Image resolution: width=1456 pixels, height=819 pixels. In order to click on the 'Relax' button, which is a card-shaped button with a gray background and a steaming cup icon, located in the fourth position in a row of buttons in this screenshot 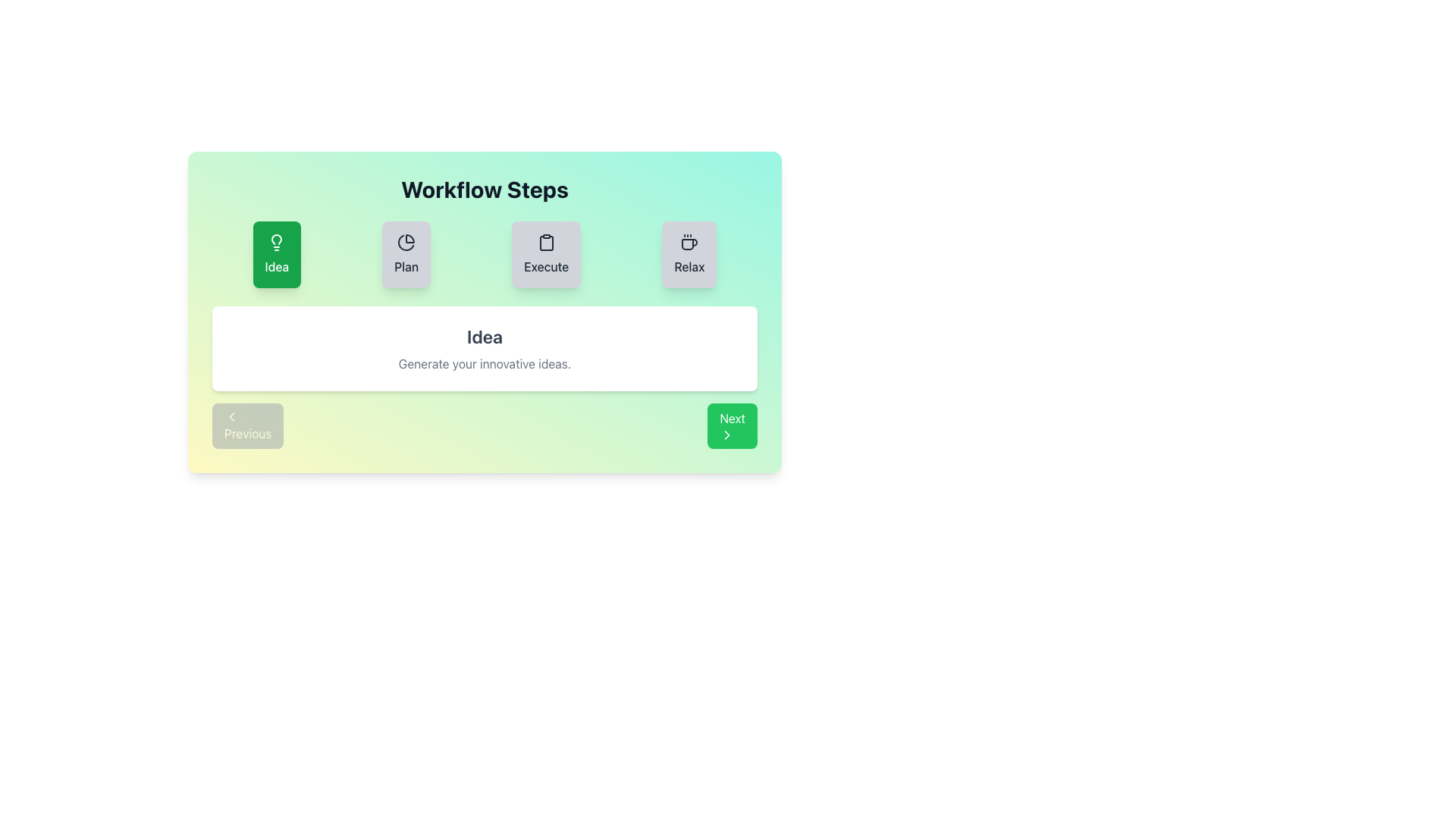, I will do `click(689, 253)`.